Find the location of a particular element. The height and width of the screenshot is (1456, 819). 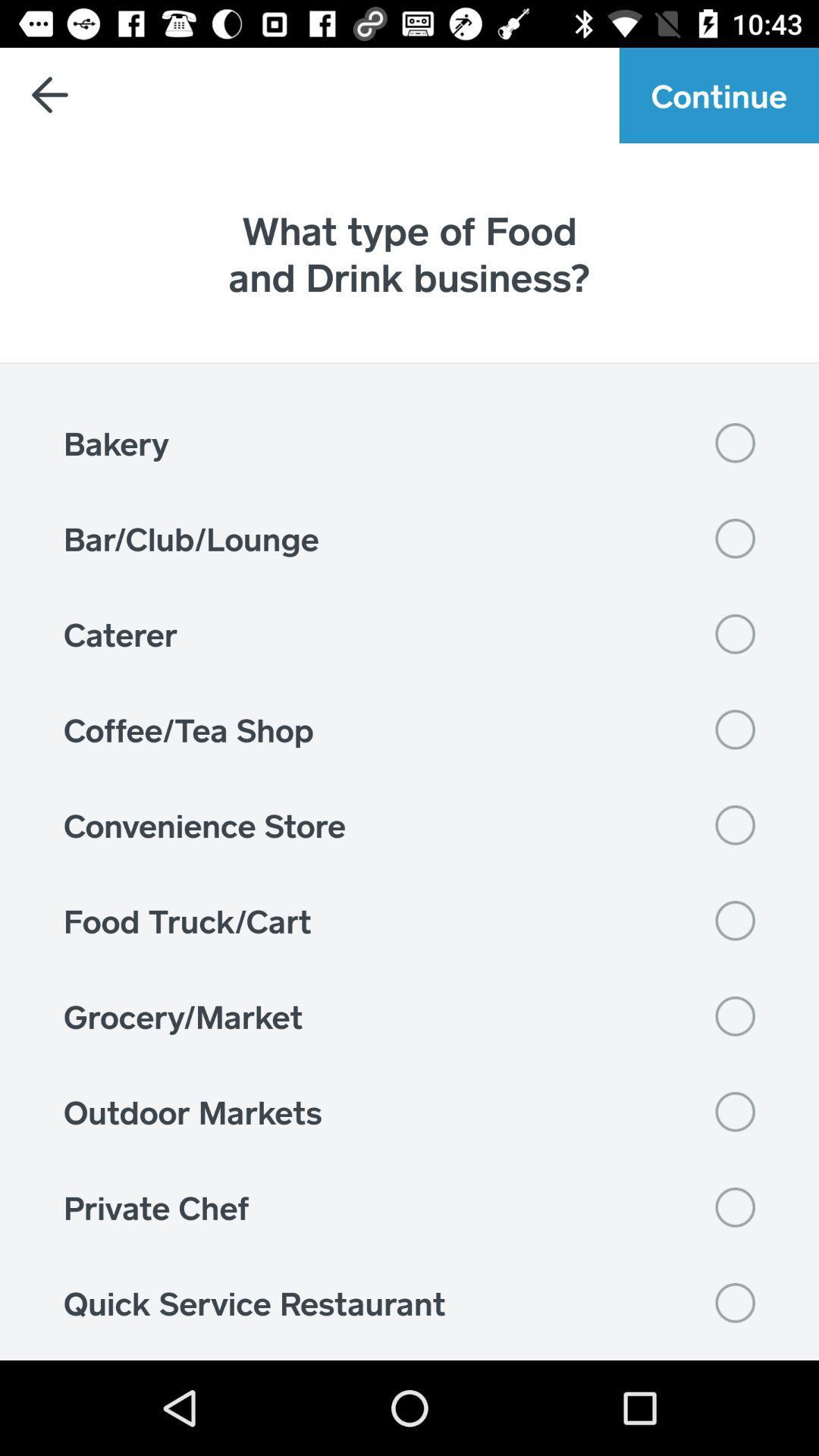

the item above the grocery/market is located at coordinates (409, 920).